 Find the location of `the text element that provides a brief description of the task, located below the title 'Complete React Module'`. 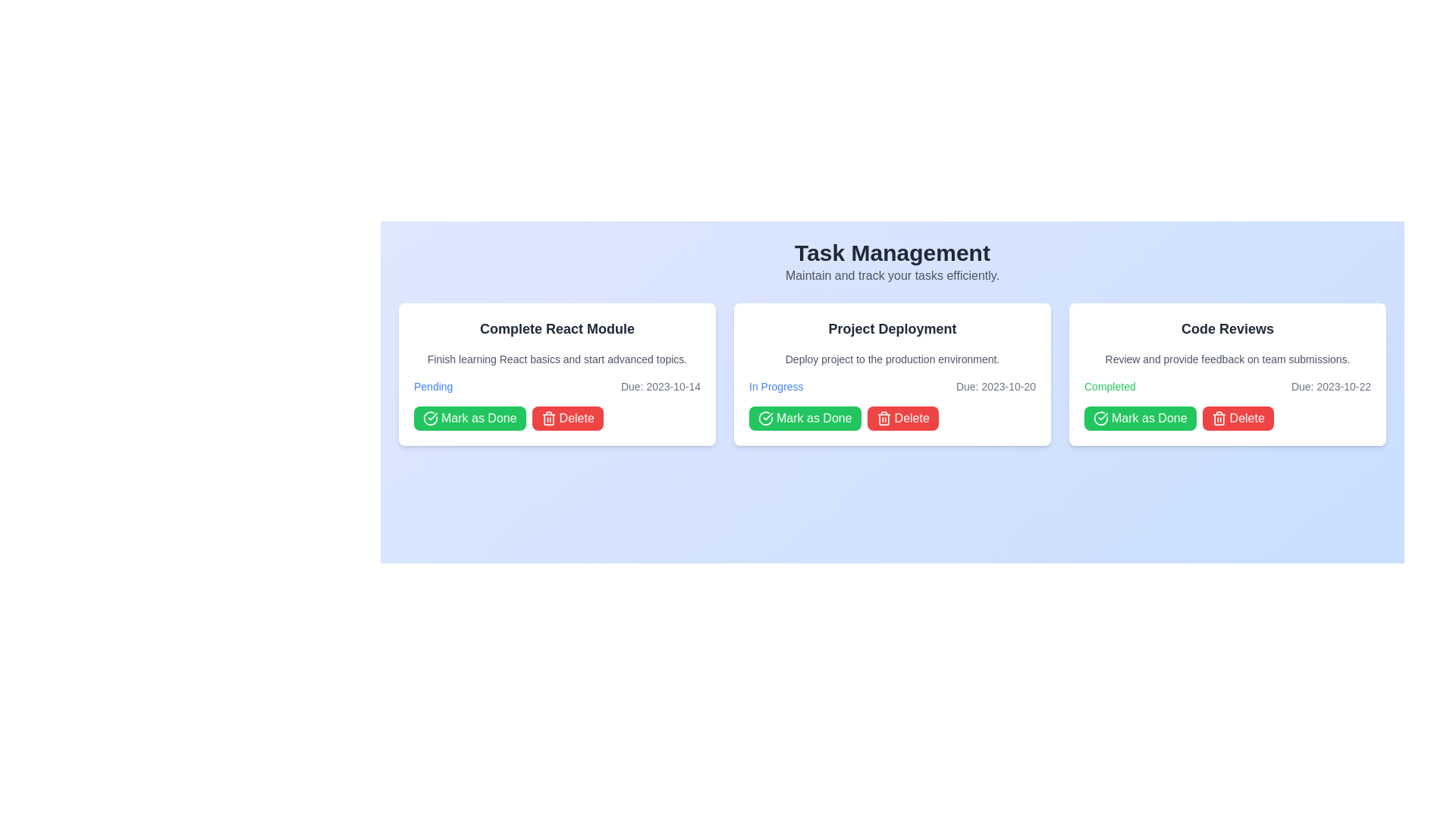

the text element that provides a brief description of the task, located below the title 'Complete React Module' is located at coordinates (556, 359).